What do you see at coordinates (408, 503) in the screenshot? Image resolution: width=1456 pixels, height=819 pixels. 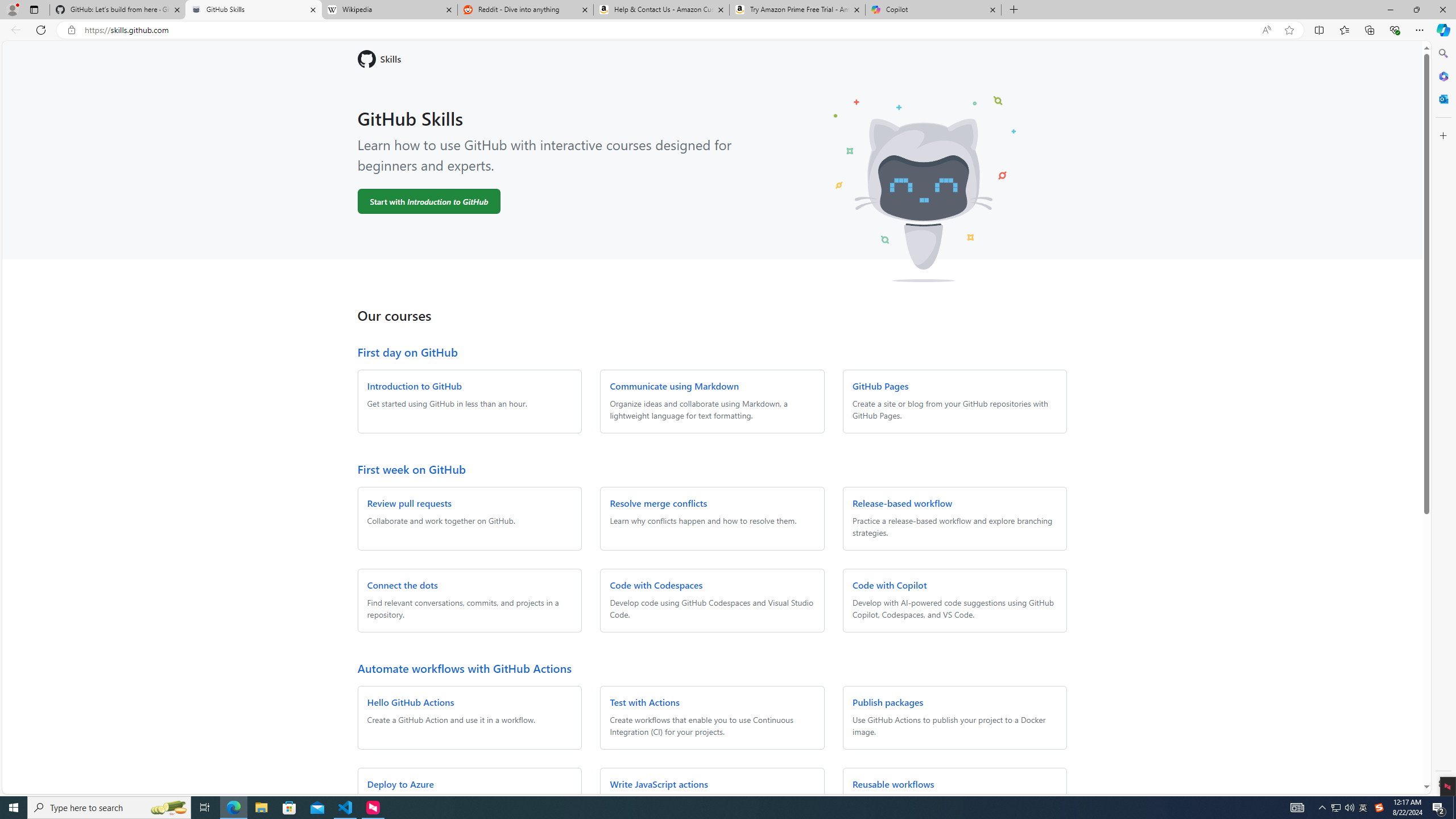 I see `'Review pull requests'` at bounding box center [408, 503].